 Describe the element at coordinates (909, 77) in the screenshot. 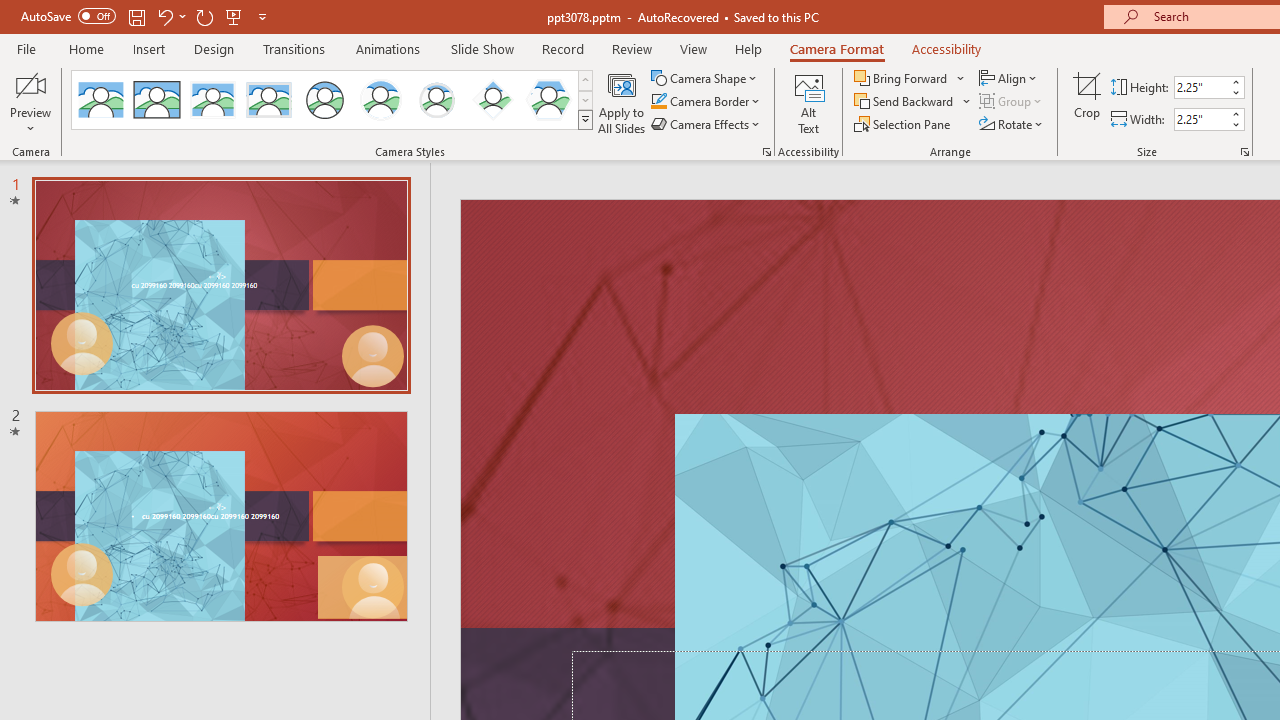

I see `'Bring Forward'` at that location.